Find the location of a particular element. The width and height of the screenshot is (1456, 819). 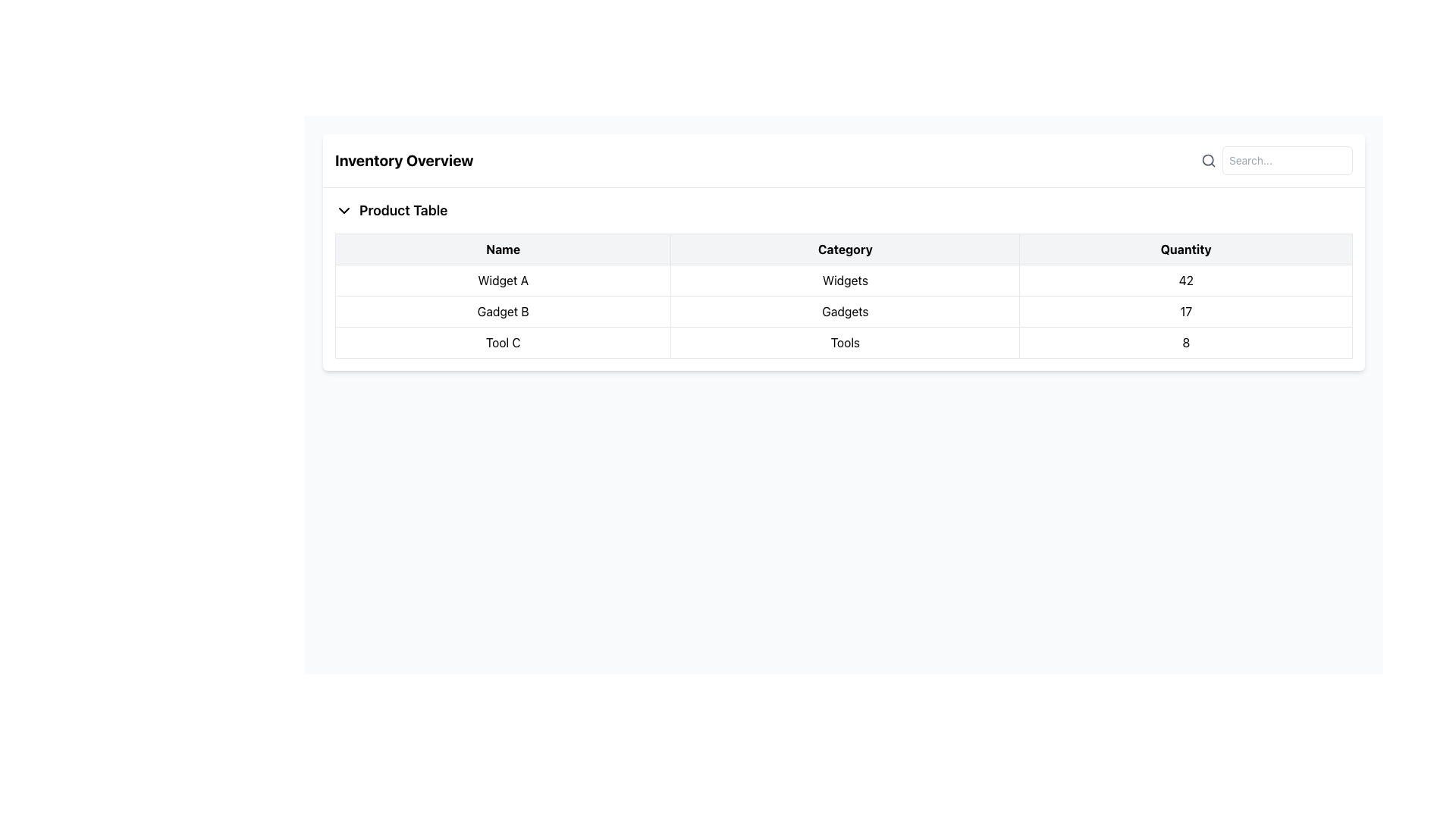

the Table Header Cell that indicates the column for item names, located in the upper-left region of the table, to the left of the headers 'Category' and 'Quantity' is located at coordinates (503, 248).